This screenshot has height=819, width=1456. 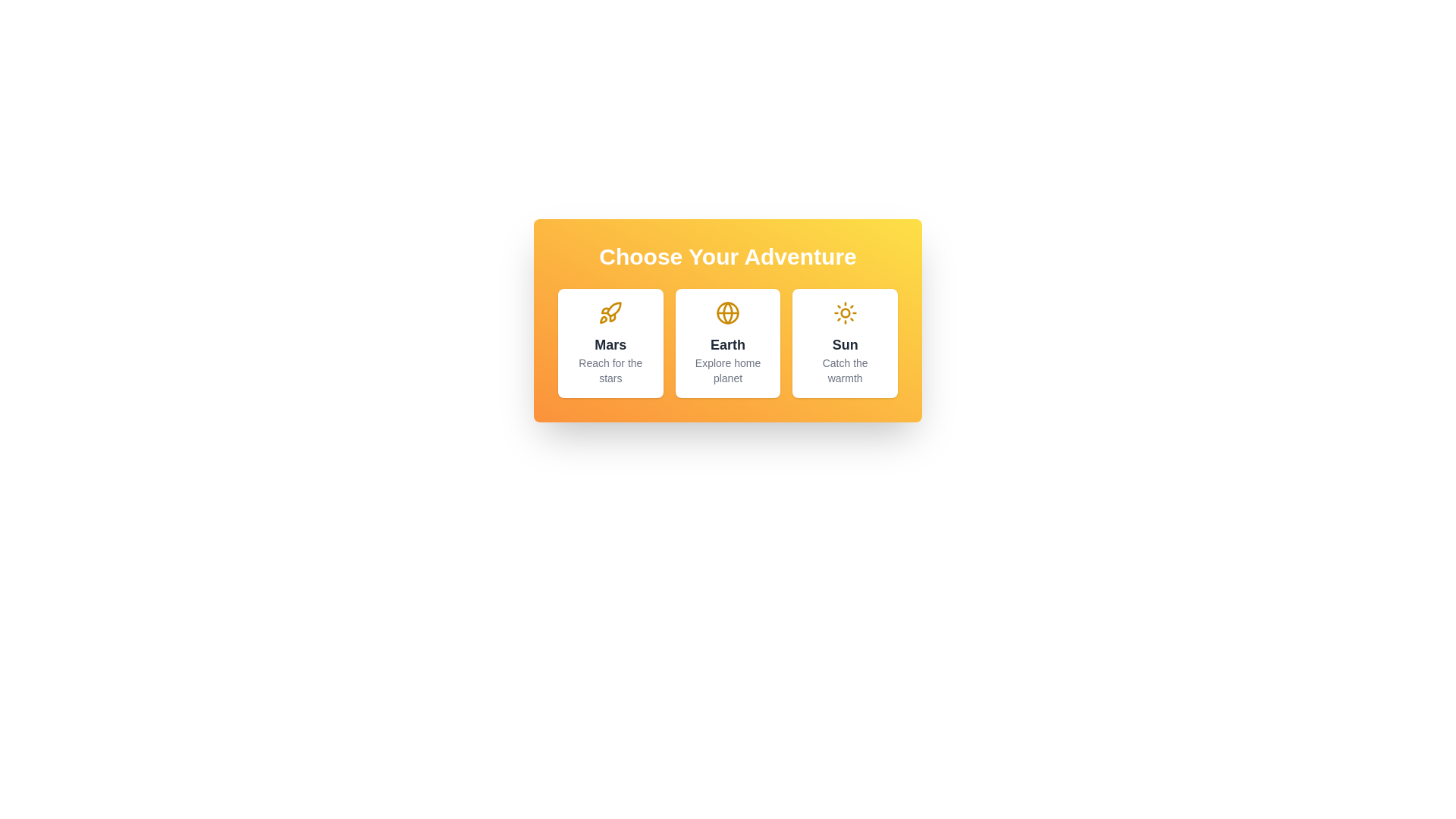 What do you see at coordinates (728, 343) in the screenshot?
I see `the destination card for Earth` at bounding box center [728, 343].